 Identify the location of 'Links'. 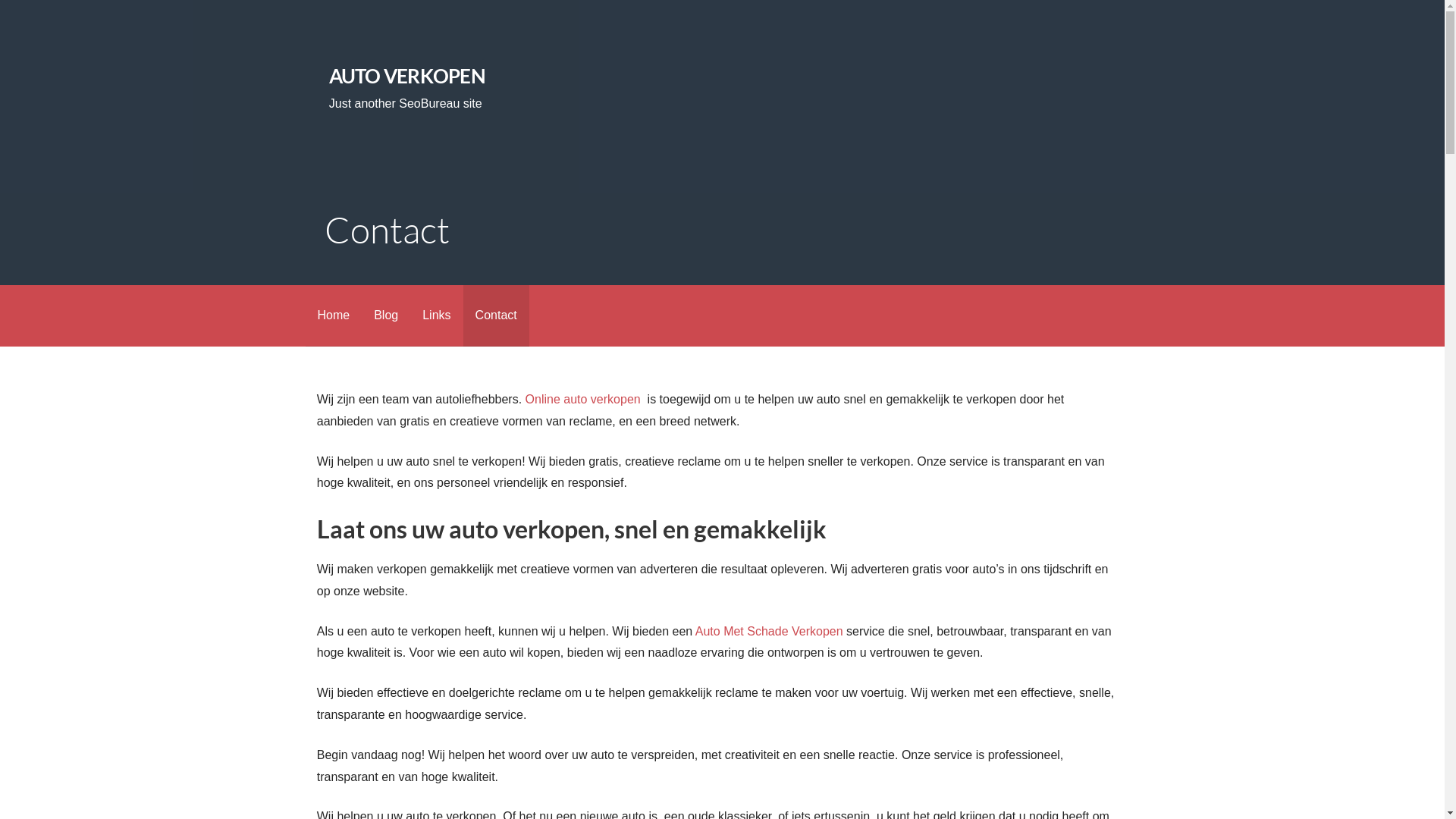
(435, 315).